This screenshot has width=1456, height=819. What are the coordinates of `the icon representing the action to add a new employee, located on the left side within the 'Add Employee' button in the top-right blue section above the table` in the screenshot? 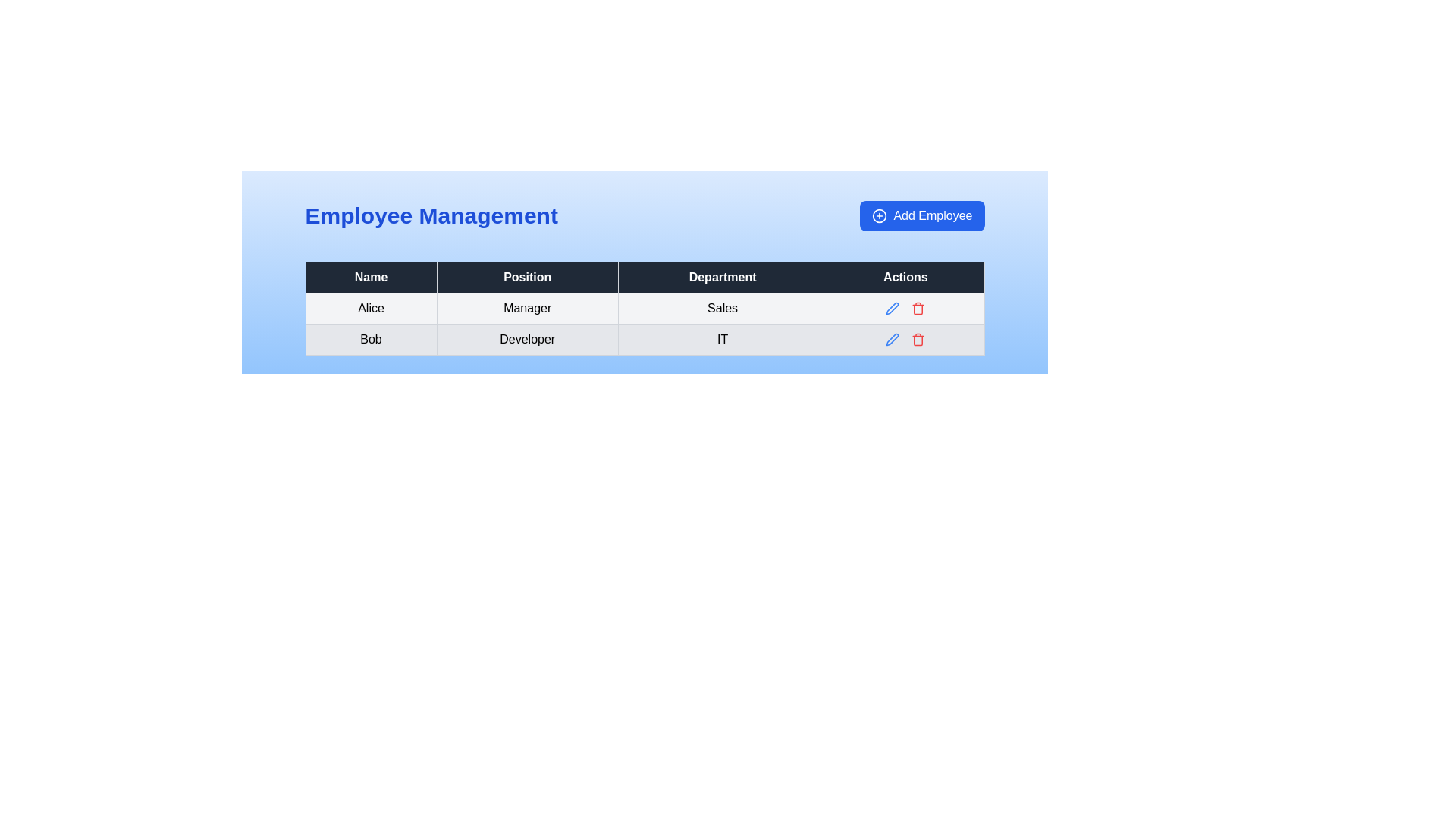 It's located at (880, 216).